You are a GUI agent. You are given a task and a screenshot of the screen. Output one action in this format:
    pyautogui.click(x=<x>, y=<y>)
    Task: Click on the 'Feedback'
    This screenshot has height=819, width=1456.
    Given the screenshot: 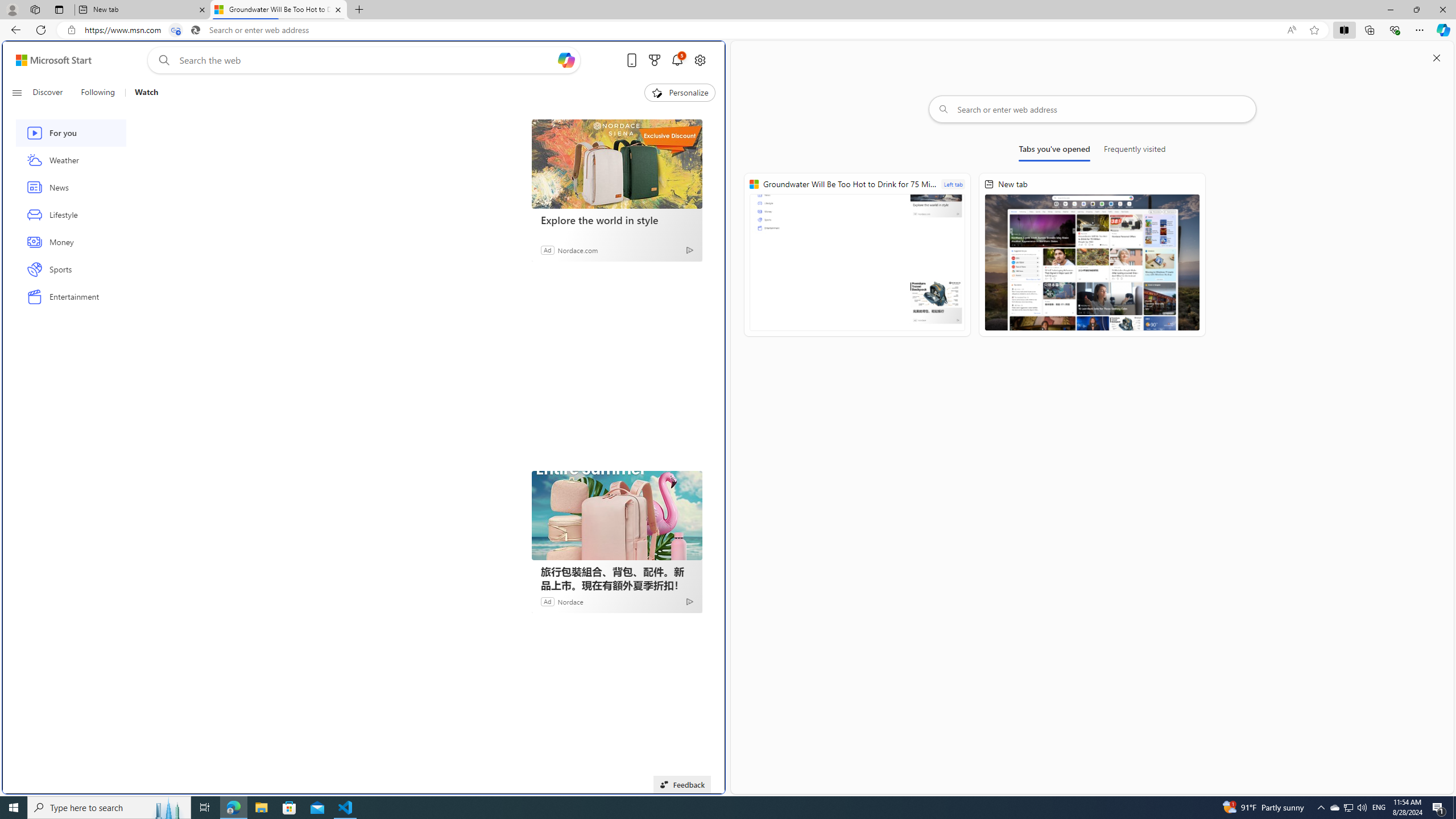 What is the action you would take?
    pyautogui.click(x=681, y=784)
    